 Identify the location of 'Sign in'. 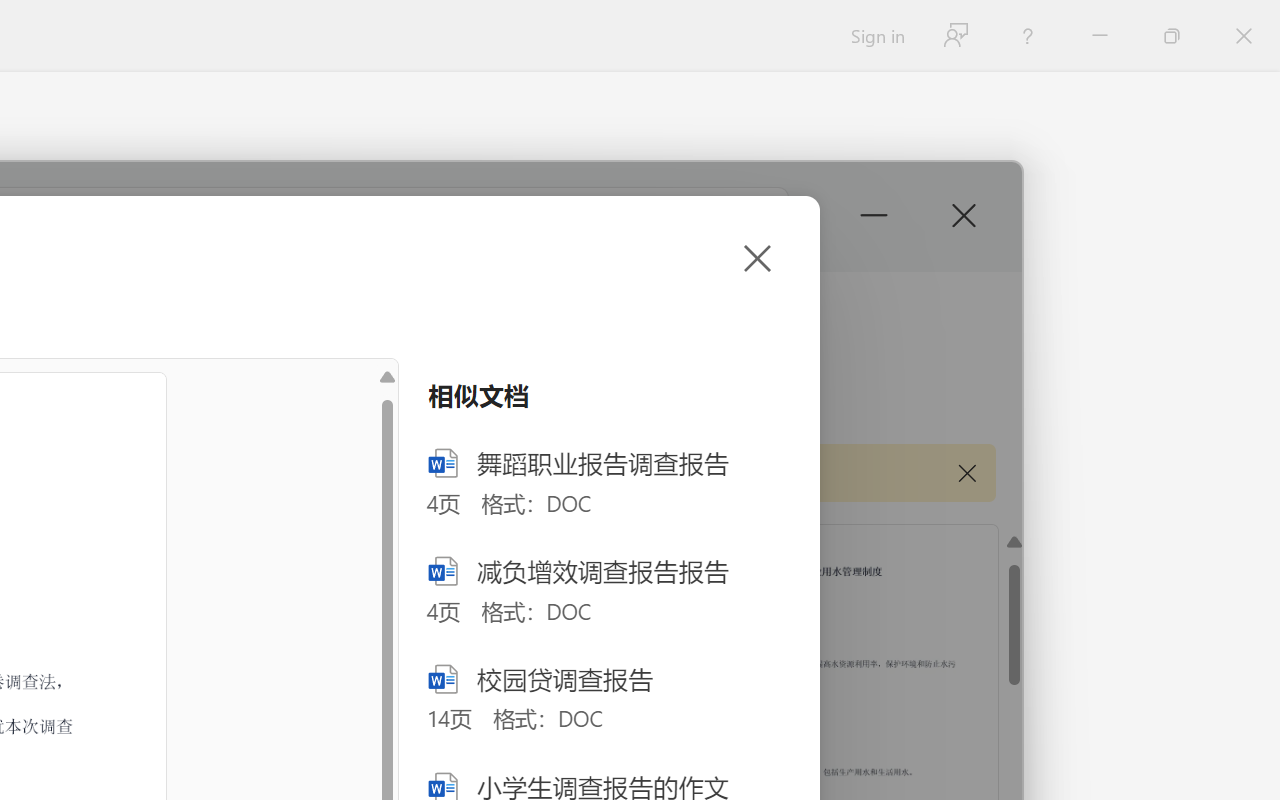
(876, 34).